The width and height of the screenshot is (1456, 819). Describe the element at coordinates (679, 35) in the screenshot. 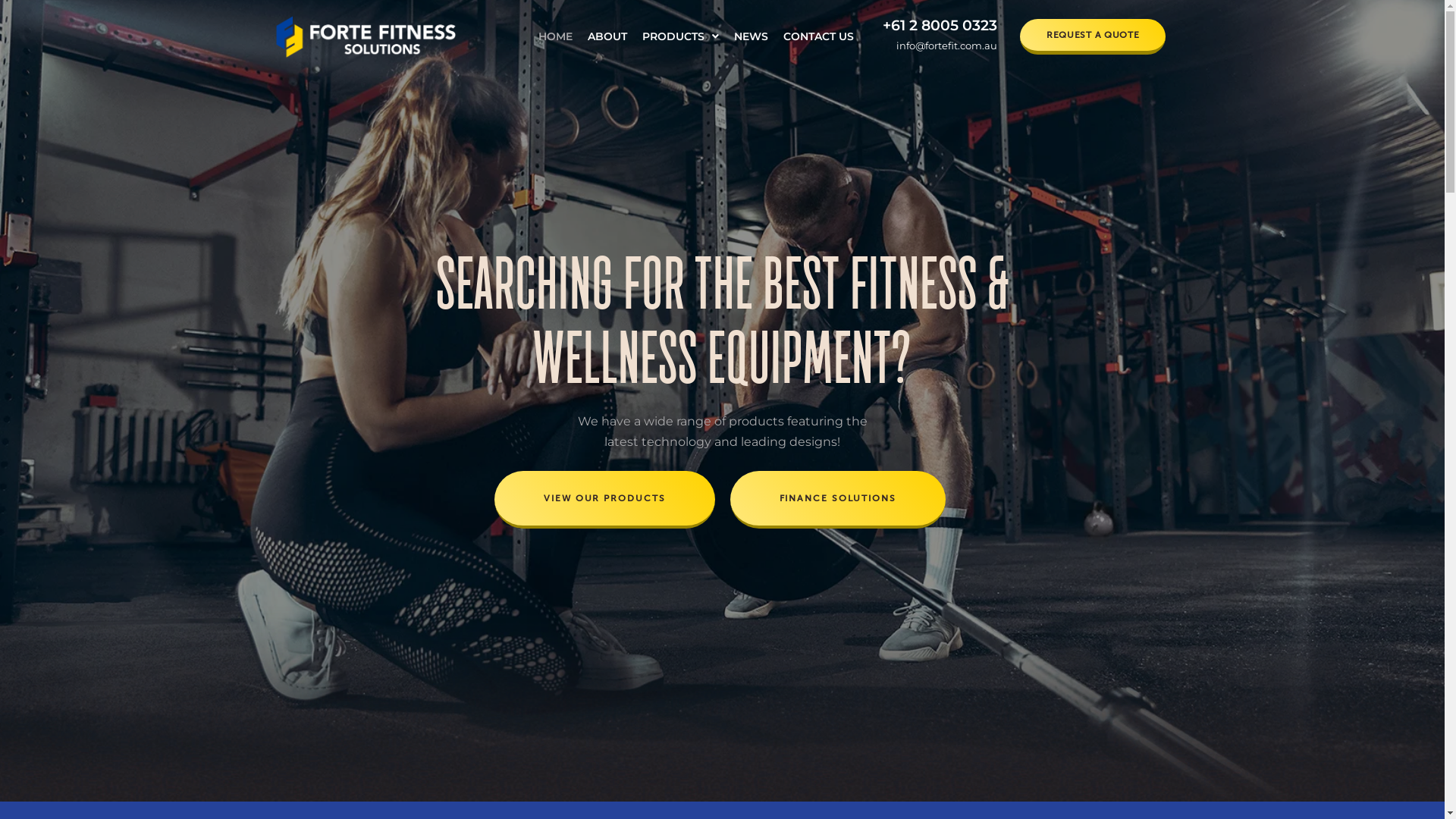

I see `'PRODUCTS'` at that location.